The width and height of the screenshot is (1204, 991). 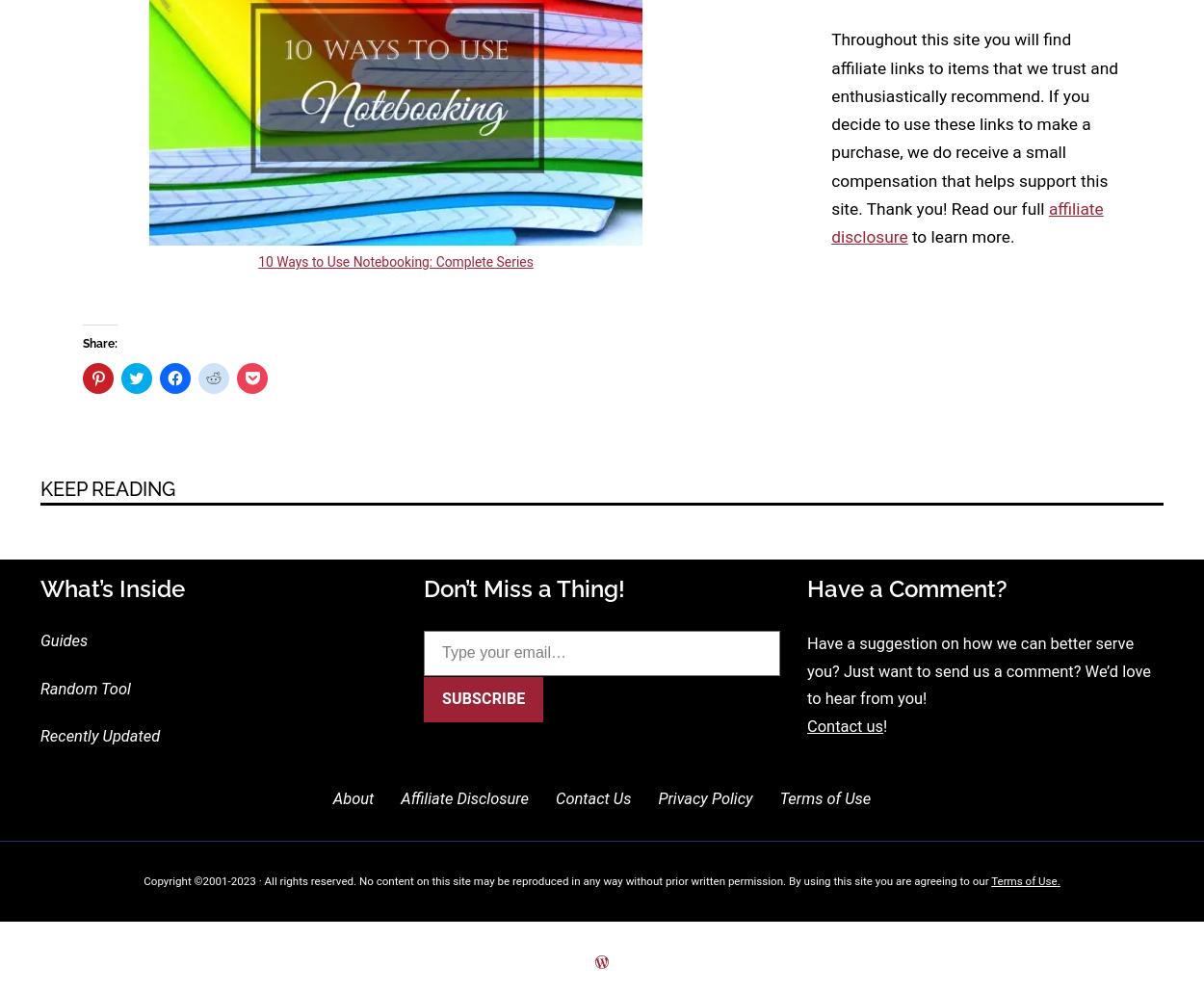 I want to click on 'Privacy Policy', so click(x=704, y=797).